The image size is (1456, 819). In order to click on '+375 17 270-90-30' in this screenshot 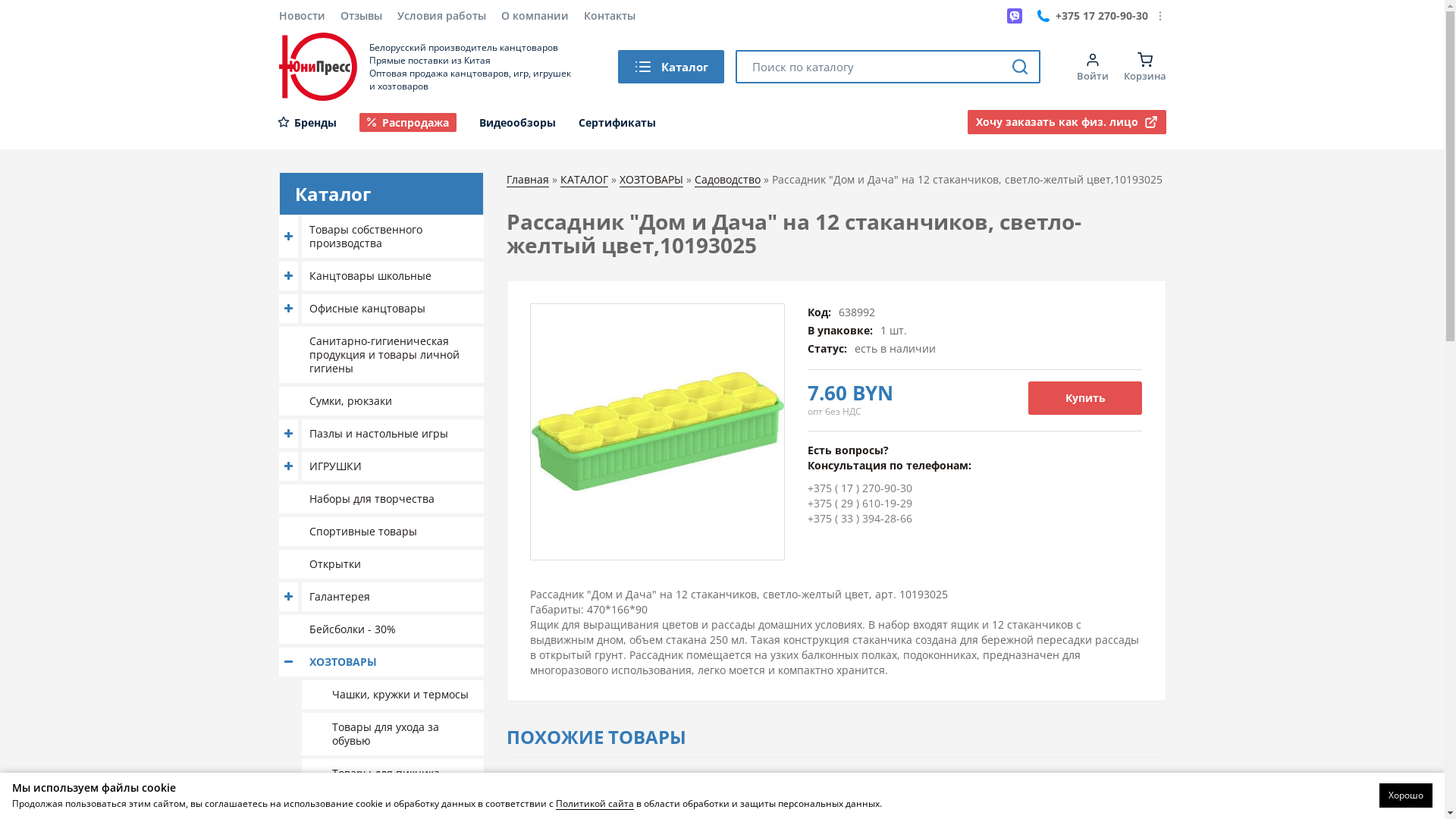, I will do `click(1092, 15)`.